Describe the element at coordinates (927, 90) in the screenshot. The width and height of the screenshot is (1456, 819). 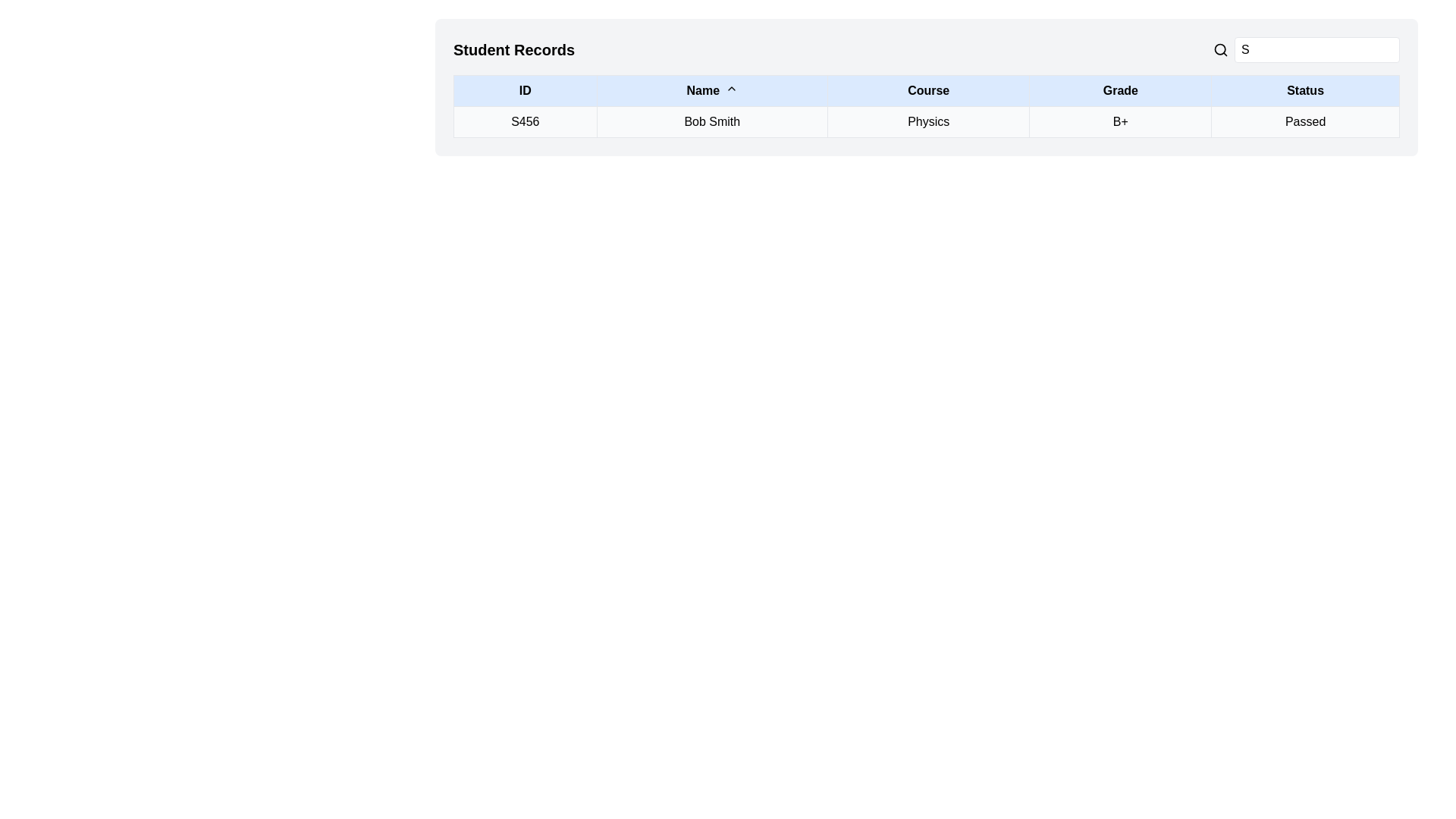
I see `the 'Course' column header, which is the third header in the student record table, positioned between 'Name' and 'Grade'` at that location.